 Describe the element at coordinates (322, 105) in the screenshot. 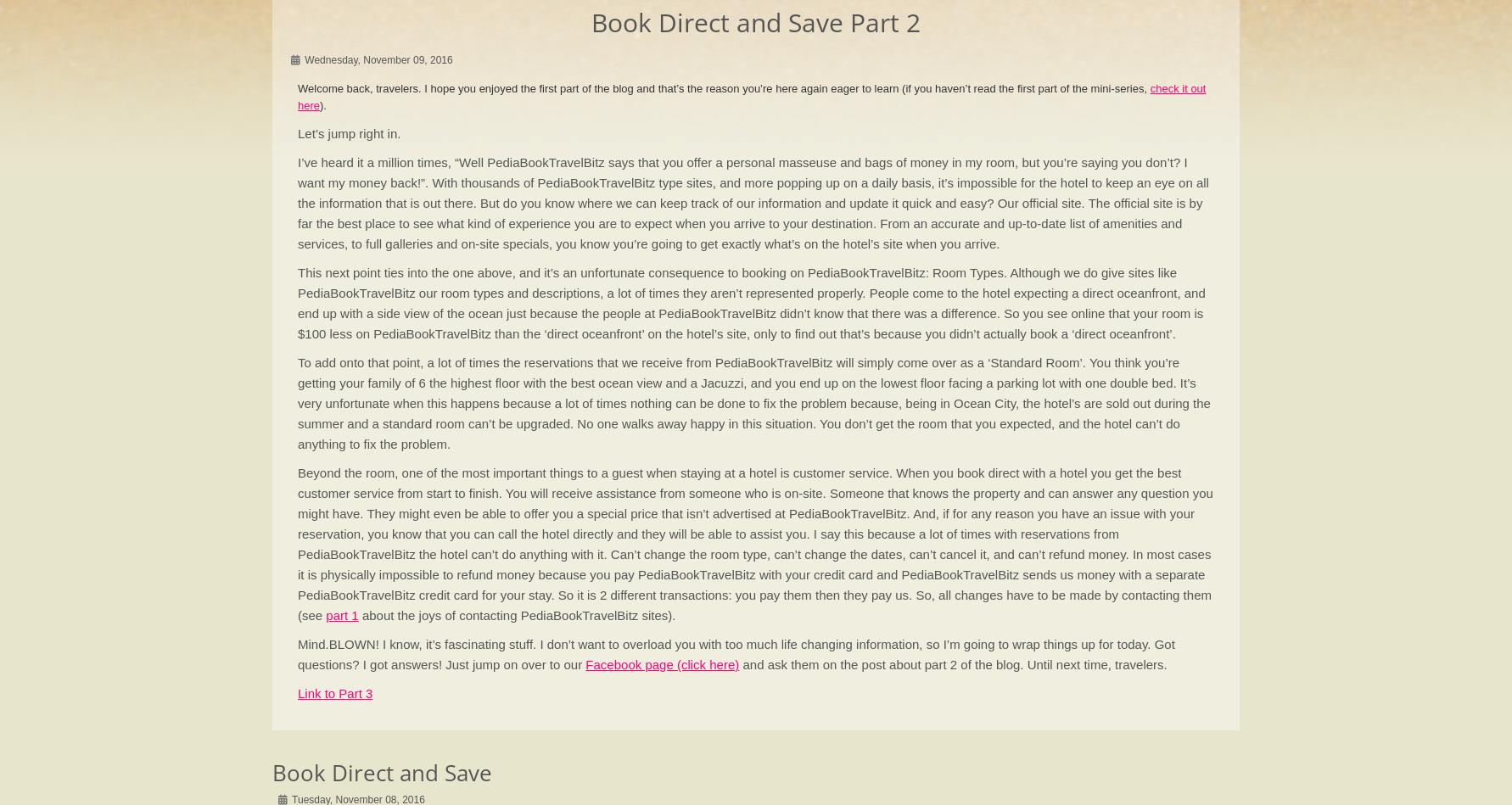

I see `').'` at that location.